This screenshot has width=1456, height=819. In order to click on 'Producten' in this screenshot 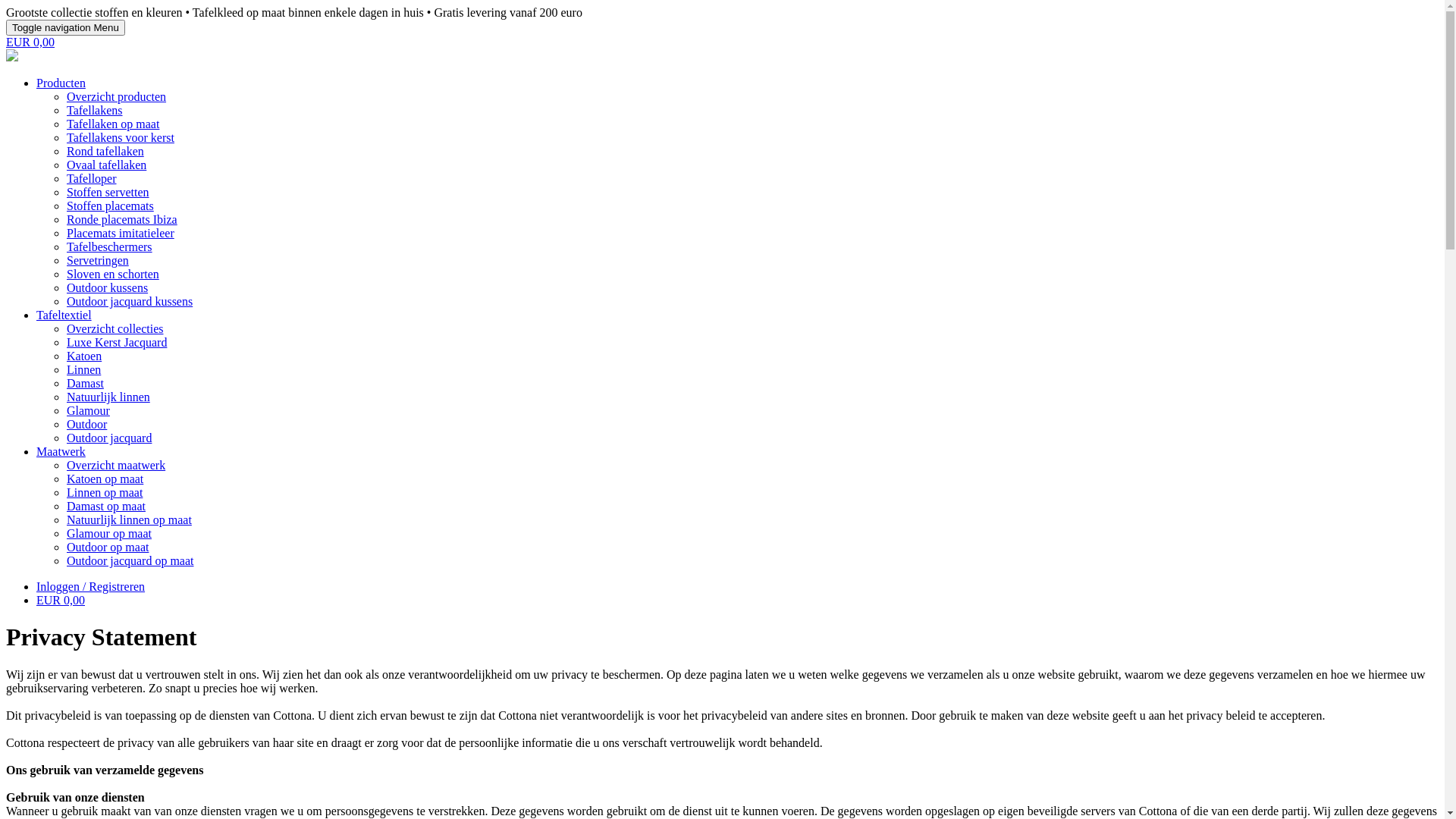, I will do `click(61, 83)`.